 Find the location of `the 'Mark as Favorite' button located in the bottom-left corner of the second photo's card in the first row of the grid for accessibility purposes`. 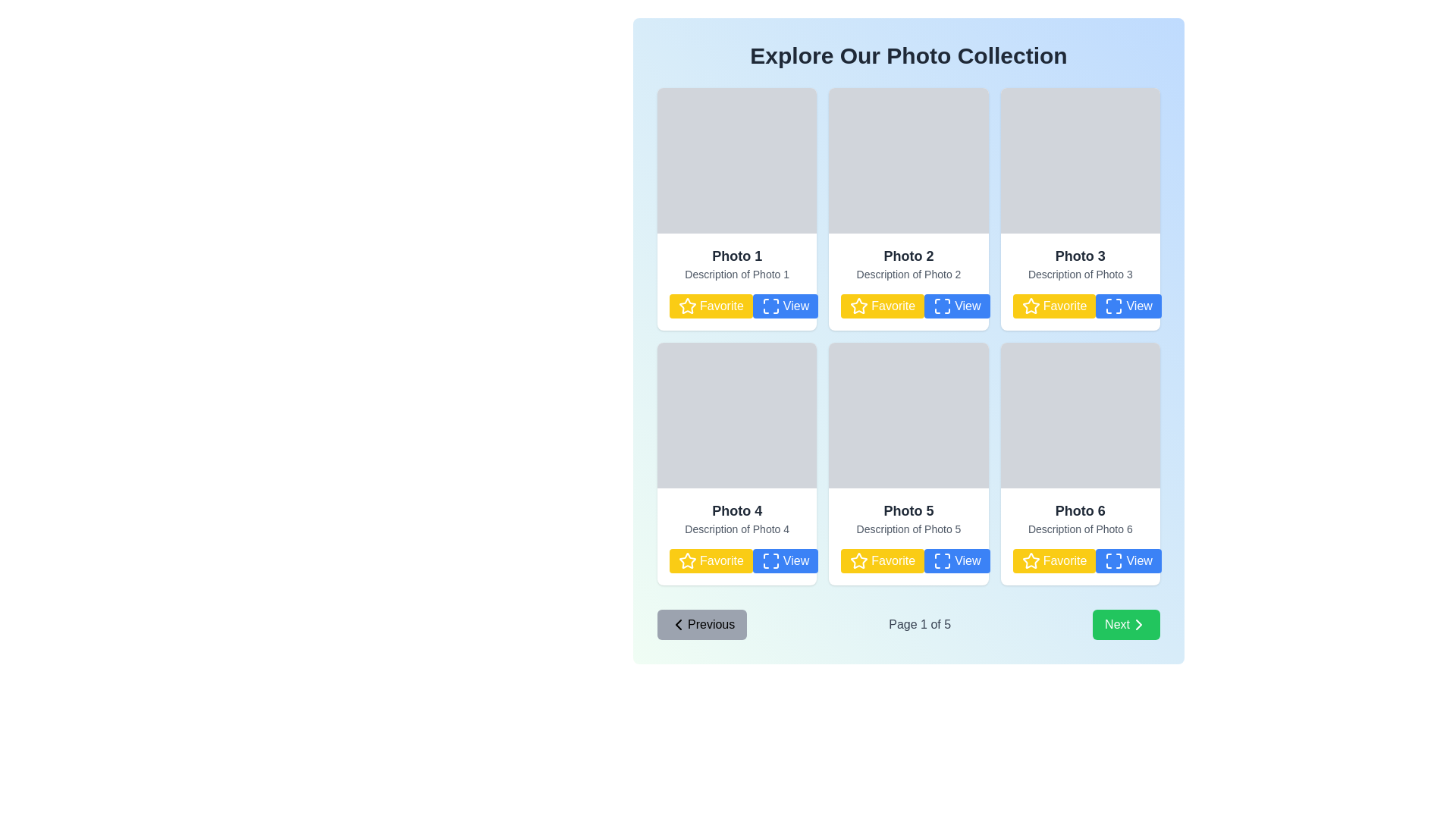

the 'Mark as Favorite' button located in the bottom-left corner of the second photo's card in the first row of the grid for accessibility purposes is located at coordinates (908, 306).